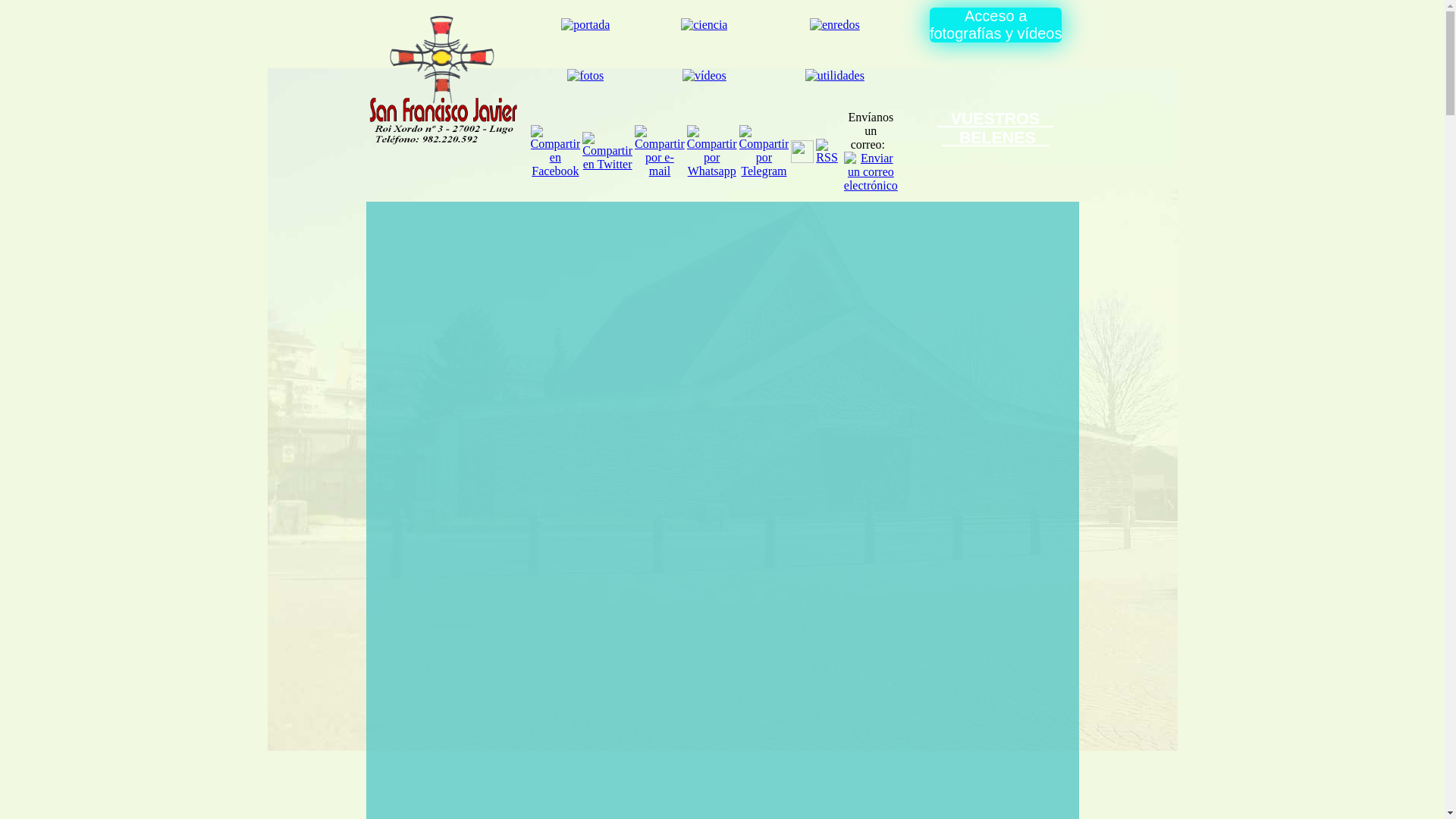 The height and width of the screenshot is (819, 1456). Describe the element at coordinates (937, 127) in the screenshot. I see `'   VUESTROS` at that location.